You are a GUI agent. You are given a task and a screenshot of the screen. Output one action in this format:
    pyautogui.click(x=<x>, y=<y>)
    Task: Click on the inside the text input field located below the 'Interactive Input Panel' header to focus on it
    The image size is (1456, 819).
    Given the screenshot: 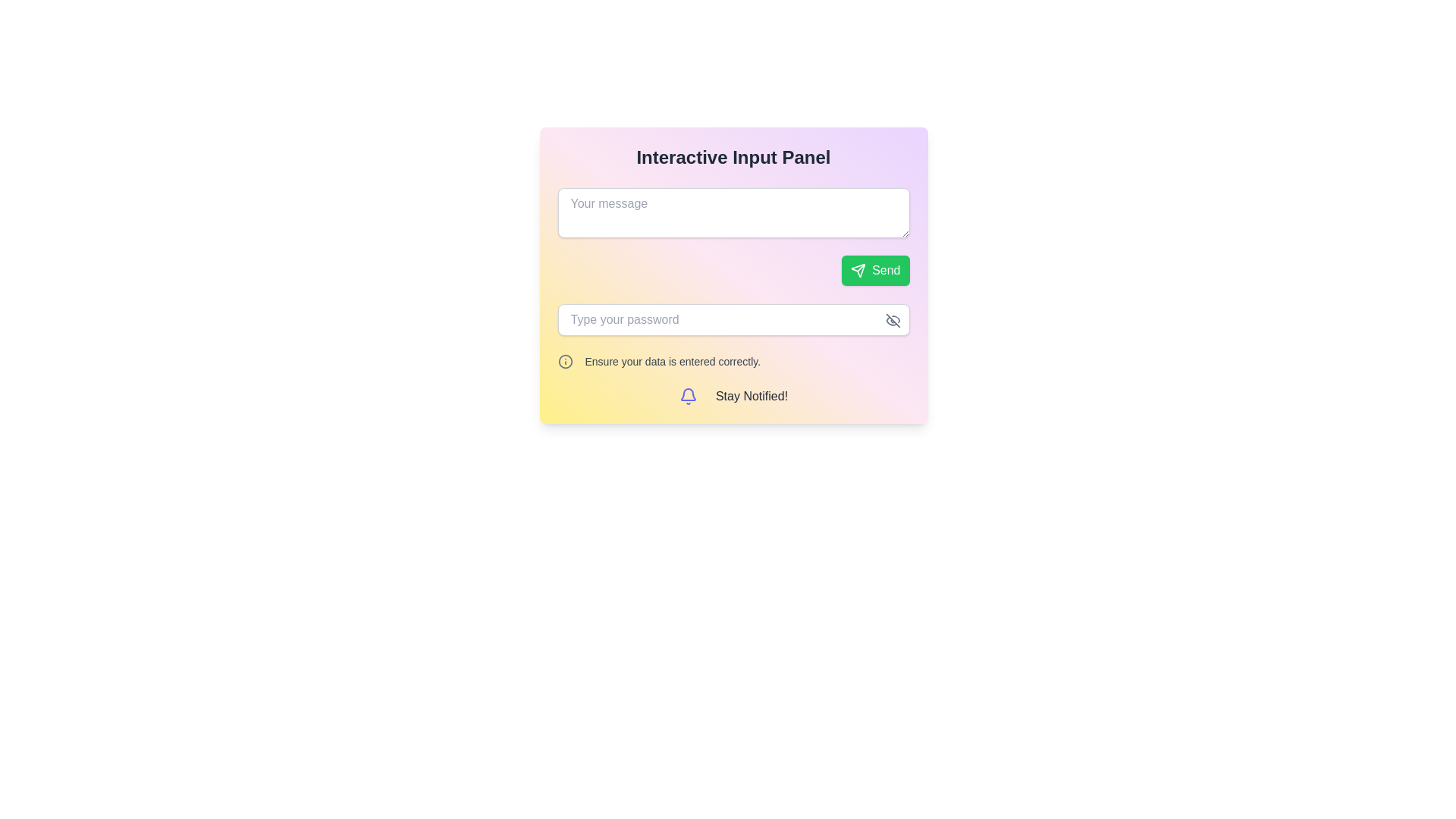 What is the action you would take?
    pyautogui.click(x=733, y=237)
    